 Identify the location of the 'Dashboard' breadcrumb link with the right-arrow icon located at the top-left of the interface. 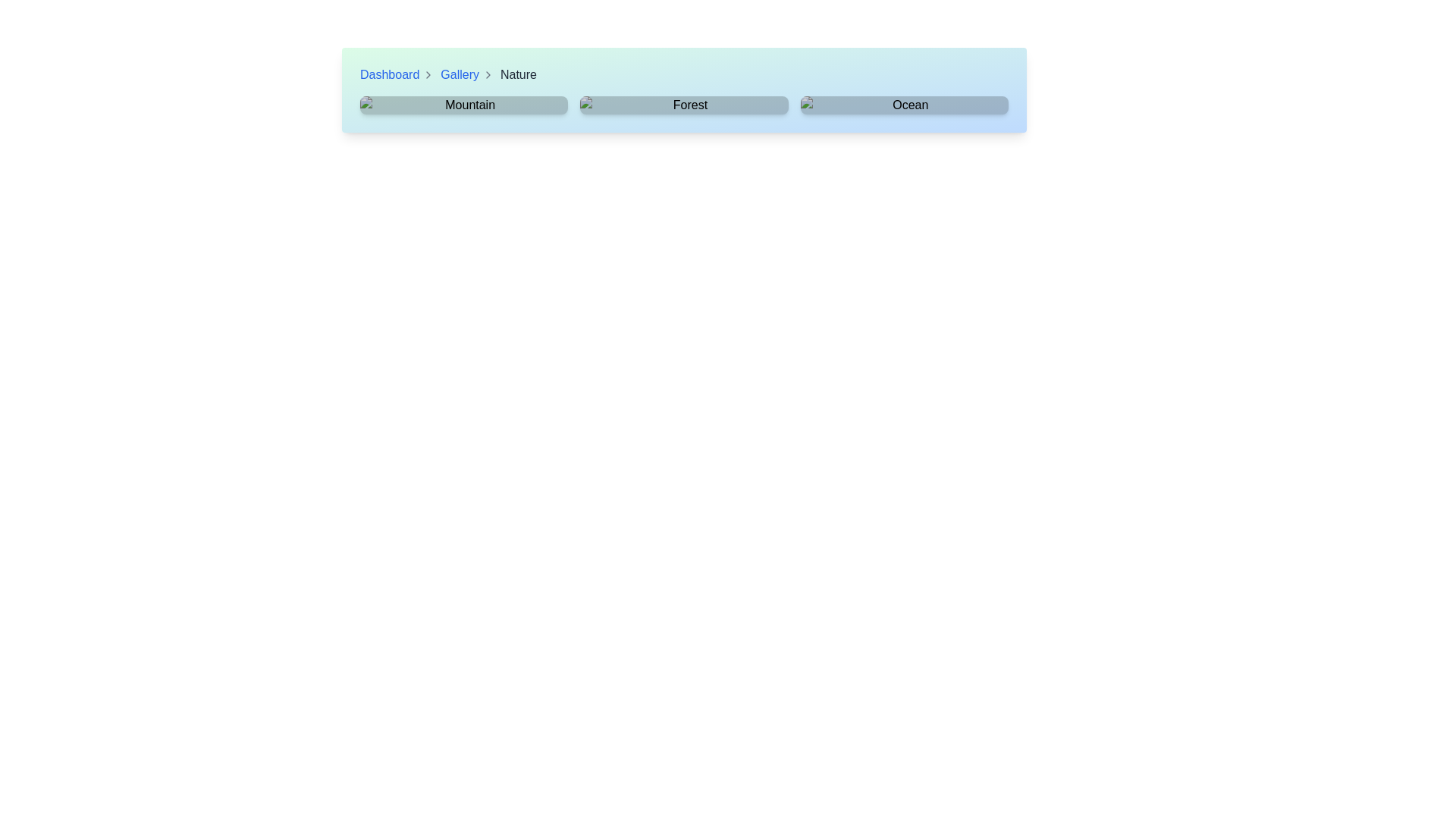
(397, 75).